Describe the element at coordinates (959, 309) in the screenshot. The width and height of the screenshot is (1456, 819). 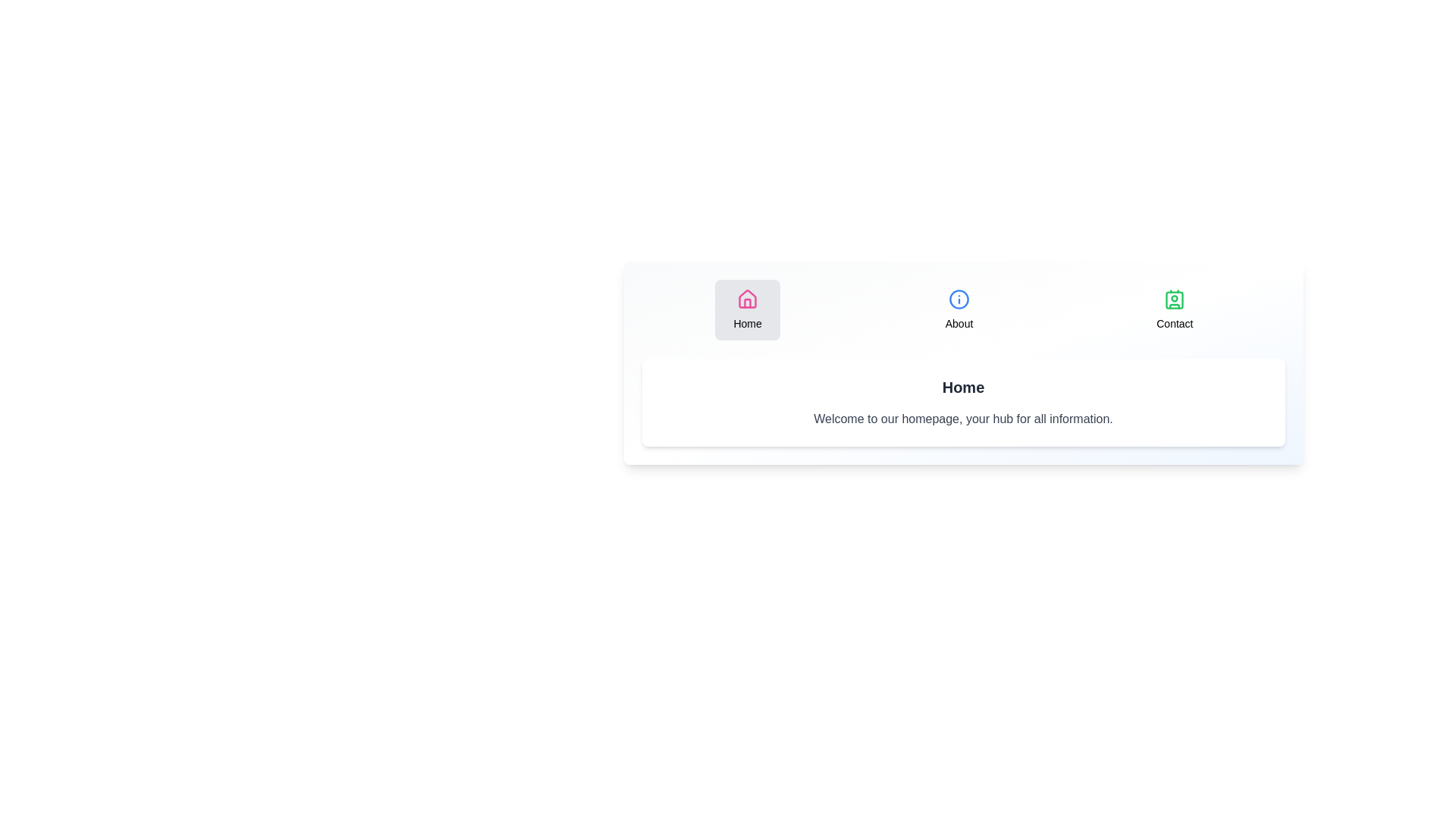
I see `the tab labeled About to preview its hover effect` at that location.